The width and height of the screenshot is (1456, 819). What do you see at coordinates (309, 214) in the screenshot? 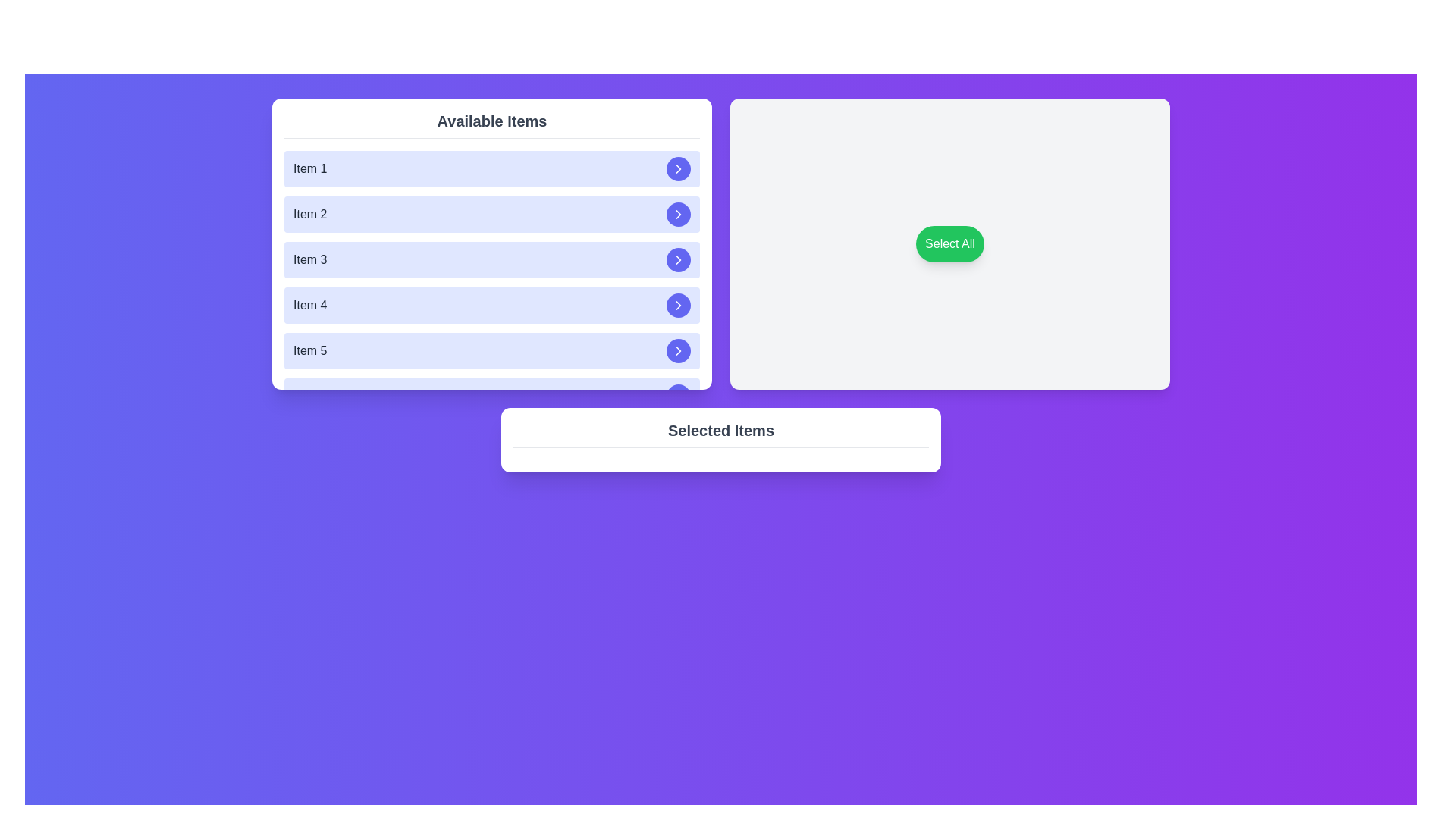
I see `the text label displaying 'Item 2' in bold gray font, located in the second row of the 'Available Items' list` at bounding box center [309, 214].